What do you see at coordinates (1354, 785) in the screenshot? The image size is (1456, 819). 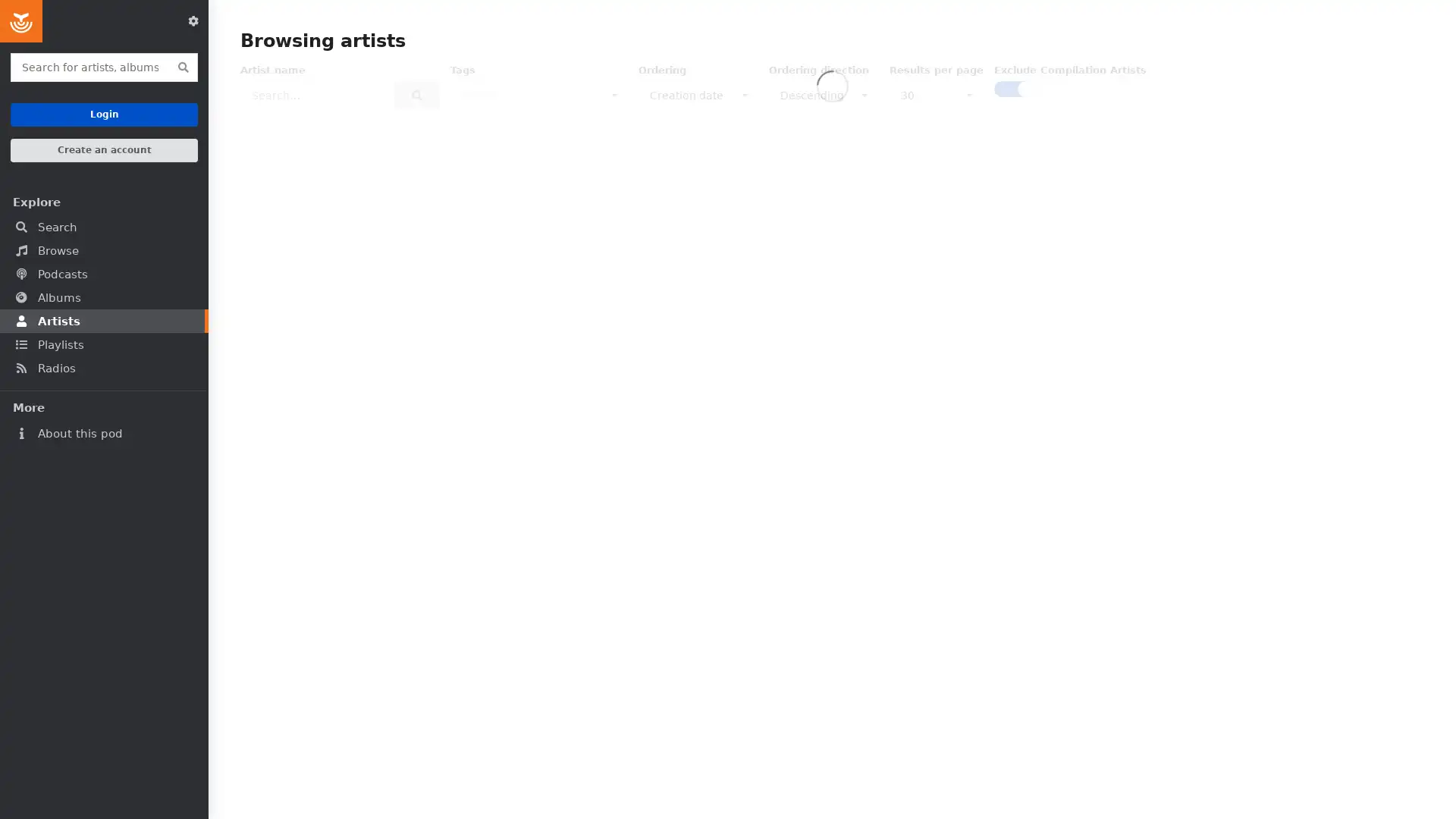 I see `Play artist` at bounding box center [1354, 785].